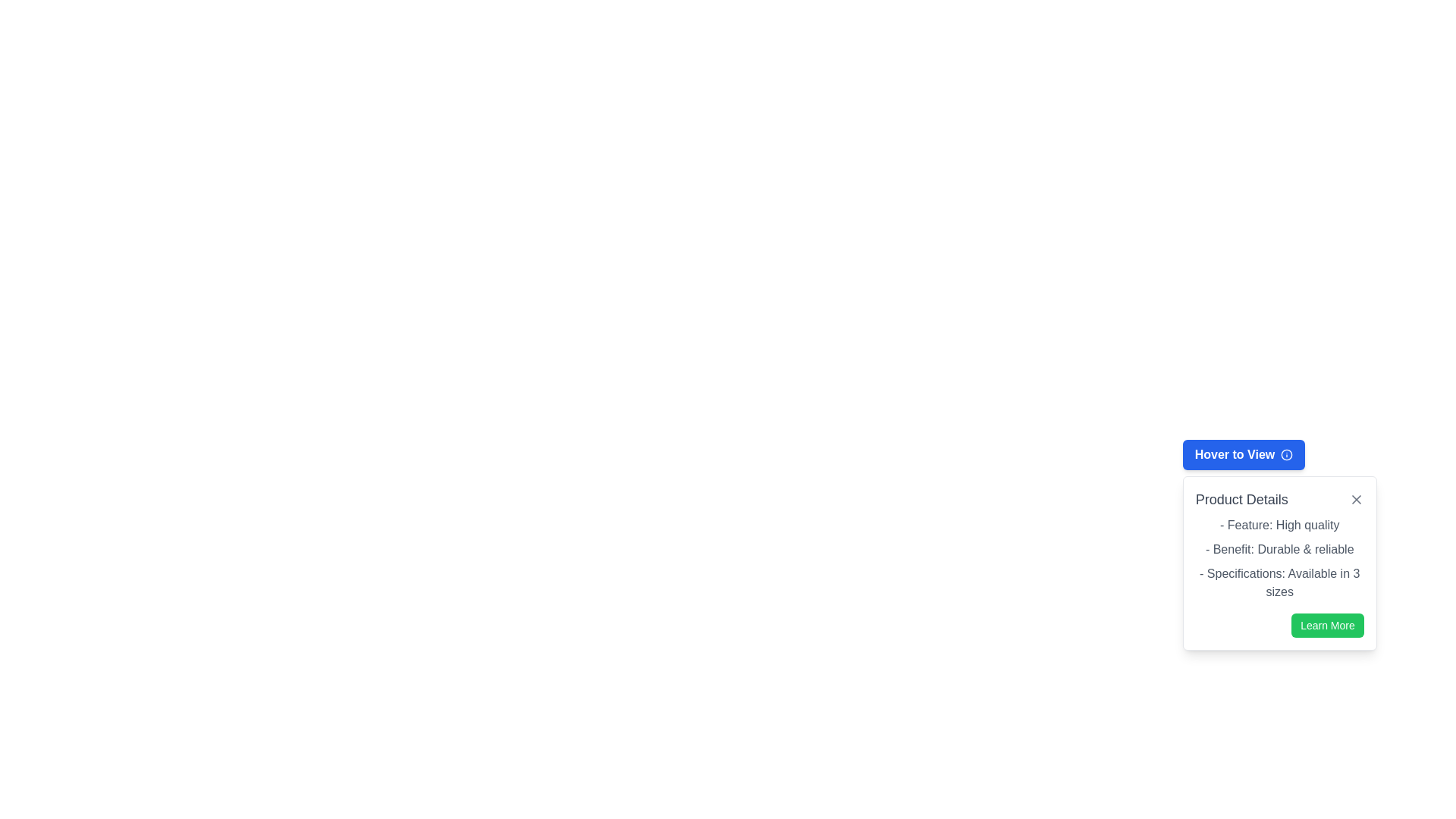 The image size is (1456, 819). Describe the element at coordinates (1279, 558) in the screenshot. I see `the Text element displaying product details, which includes three items: 'Feature: High quality', 'Benefit: Durable & reliable', and 'Specifications: Available in 3 sizes', located above the 'Learn More' button within the 'Product Details' section` at that location.